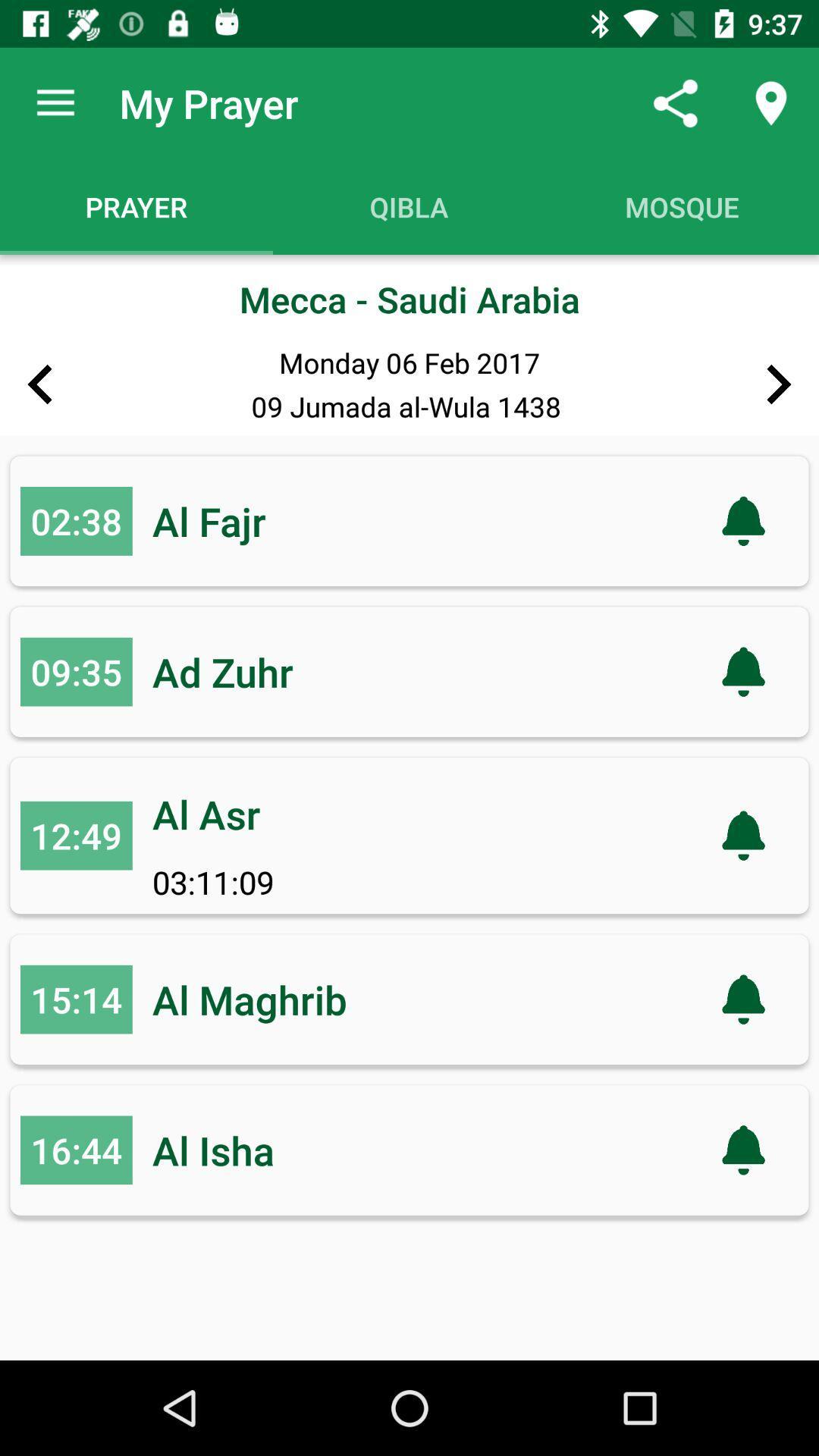 The height and width of the screenshot is (1456, 819). I want to click on the number left to al fajr, so click(76, 521).